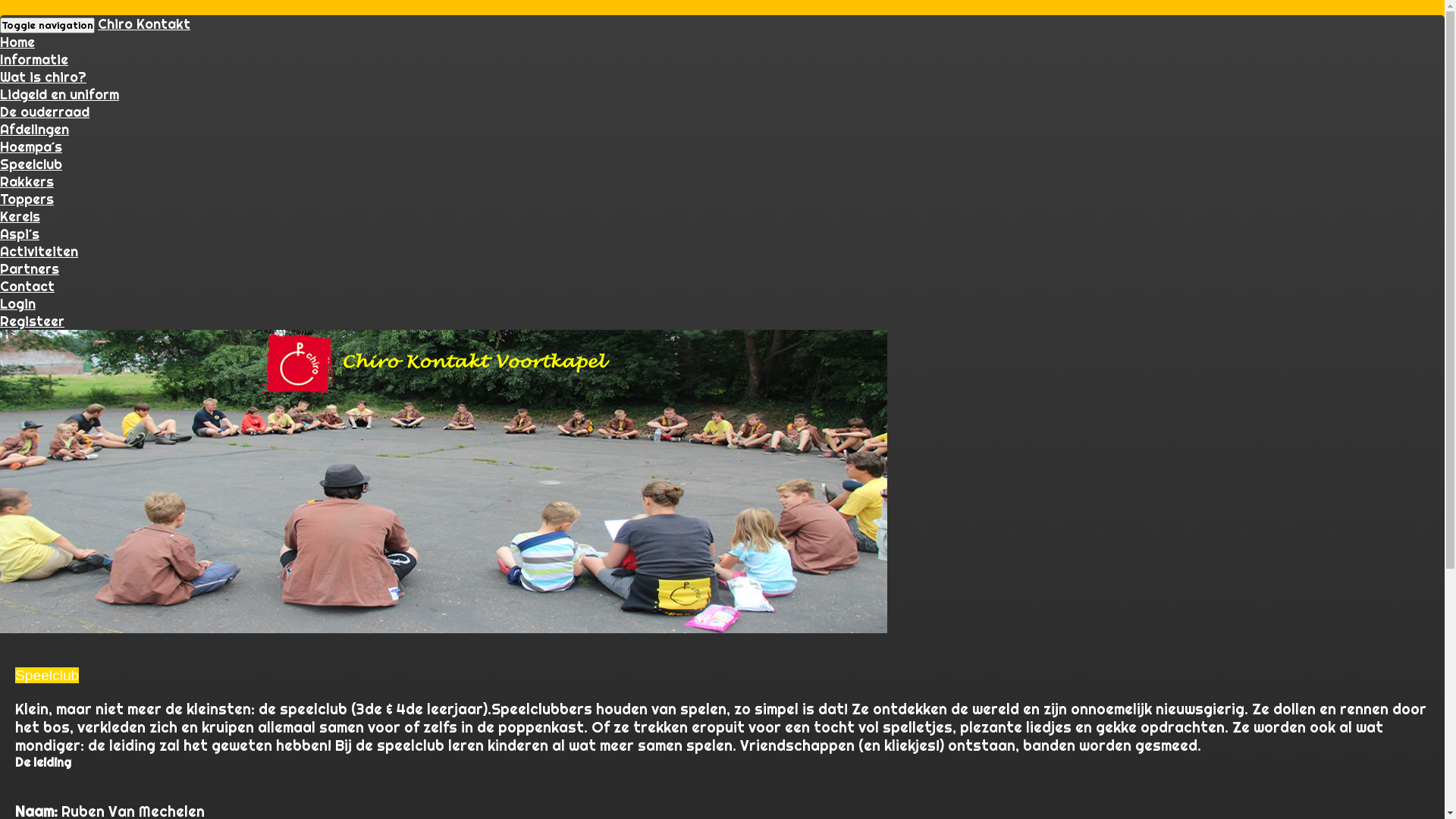 This screenshot has width=1456, height=819. Describe the element at coordinates (17, 41) in the screenshot. I see `'Home'` at that location.